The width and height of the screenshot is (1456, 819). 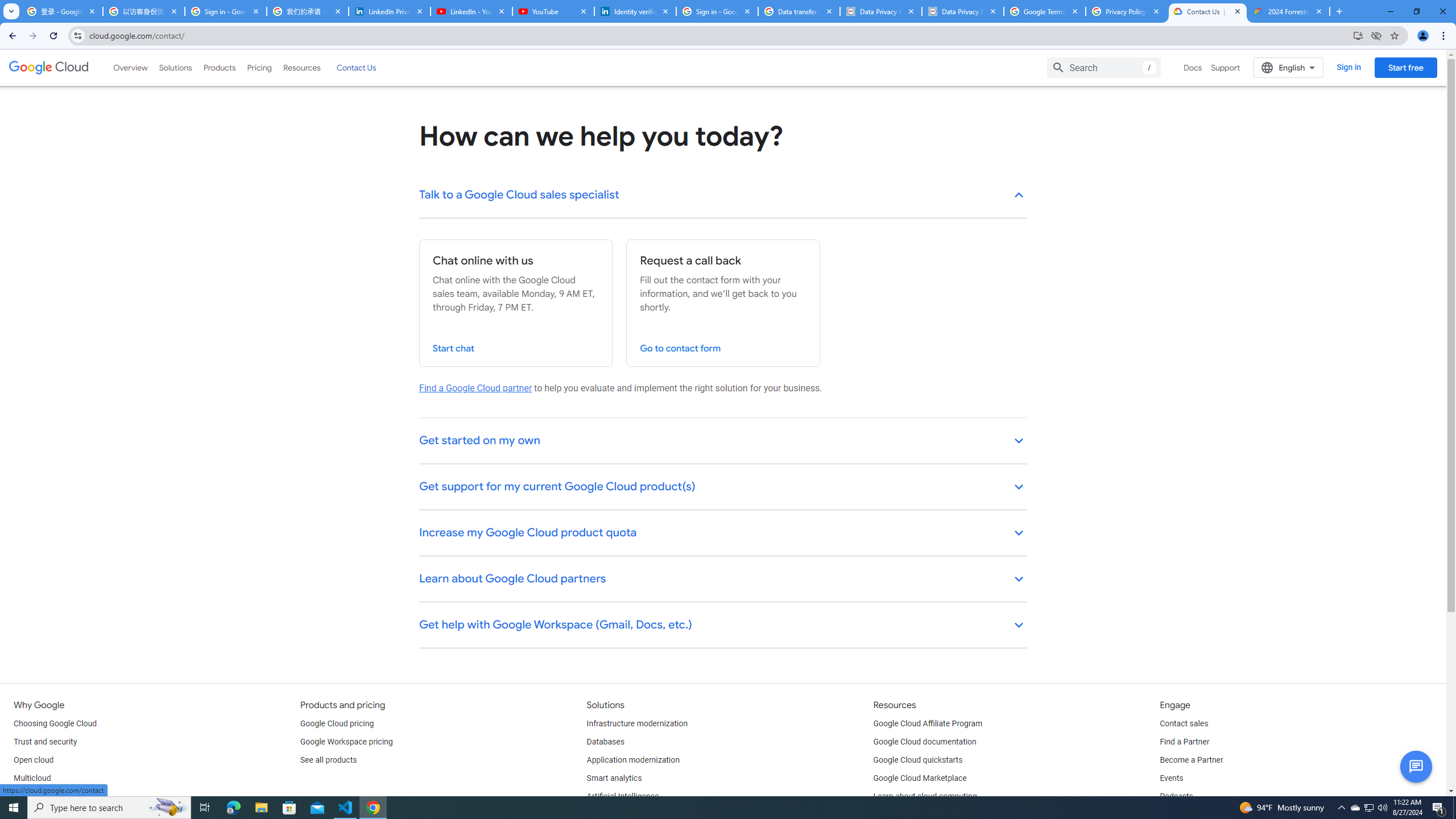 I want to click on 'Learn about cloud computing', so click(x=925, y=797).